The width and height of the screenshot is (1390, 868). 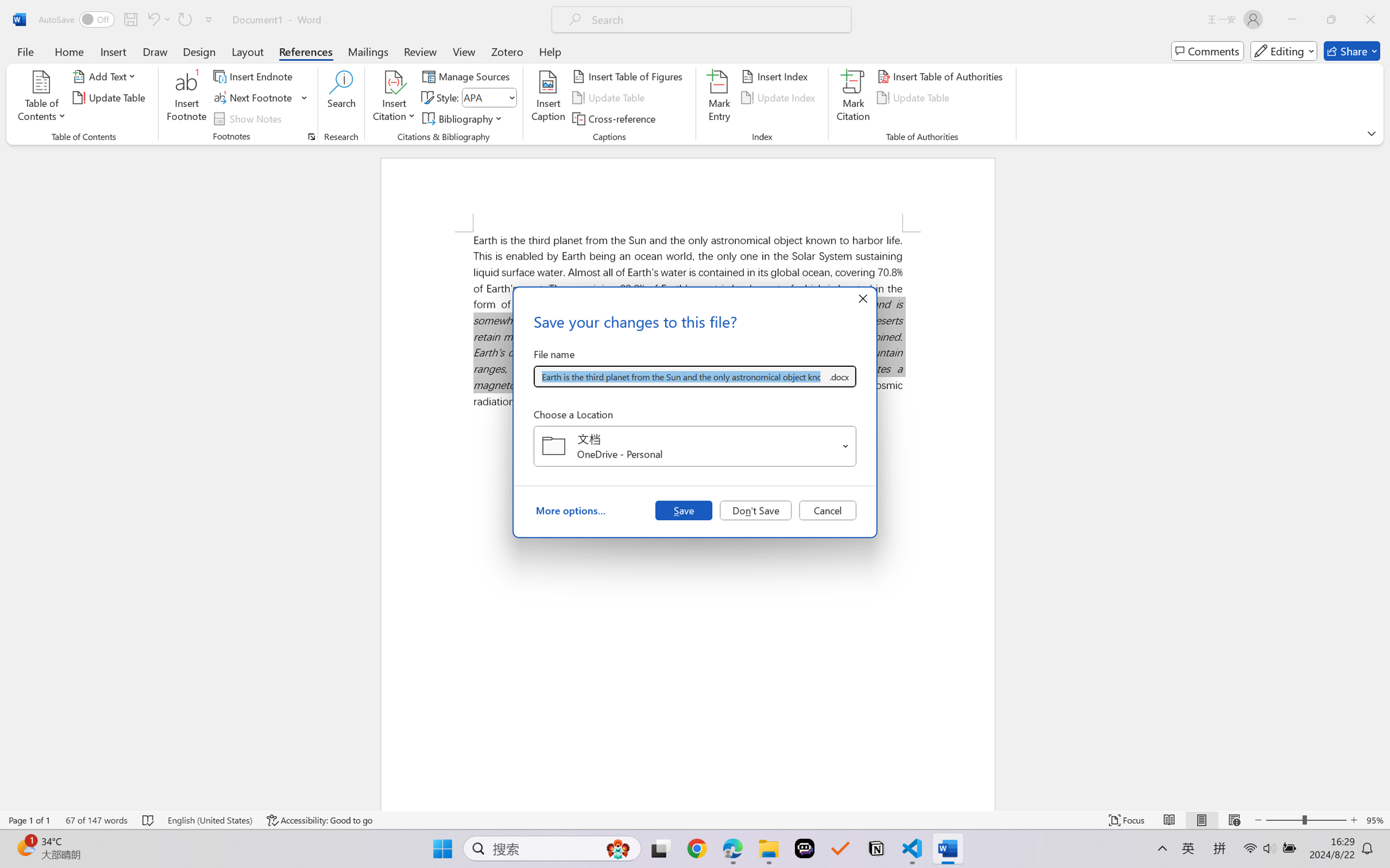 What do you see at coordinates (827, 509) in the screenshot?
I see `'Cancel'` at bounding box center [827, 509].